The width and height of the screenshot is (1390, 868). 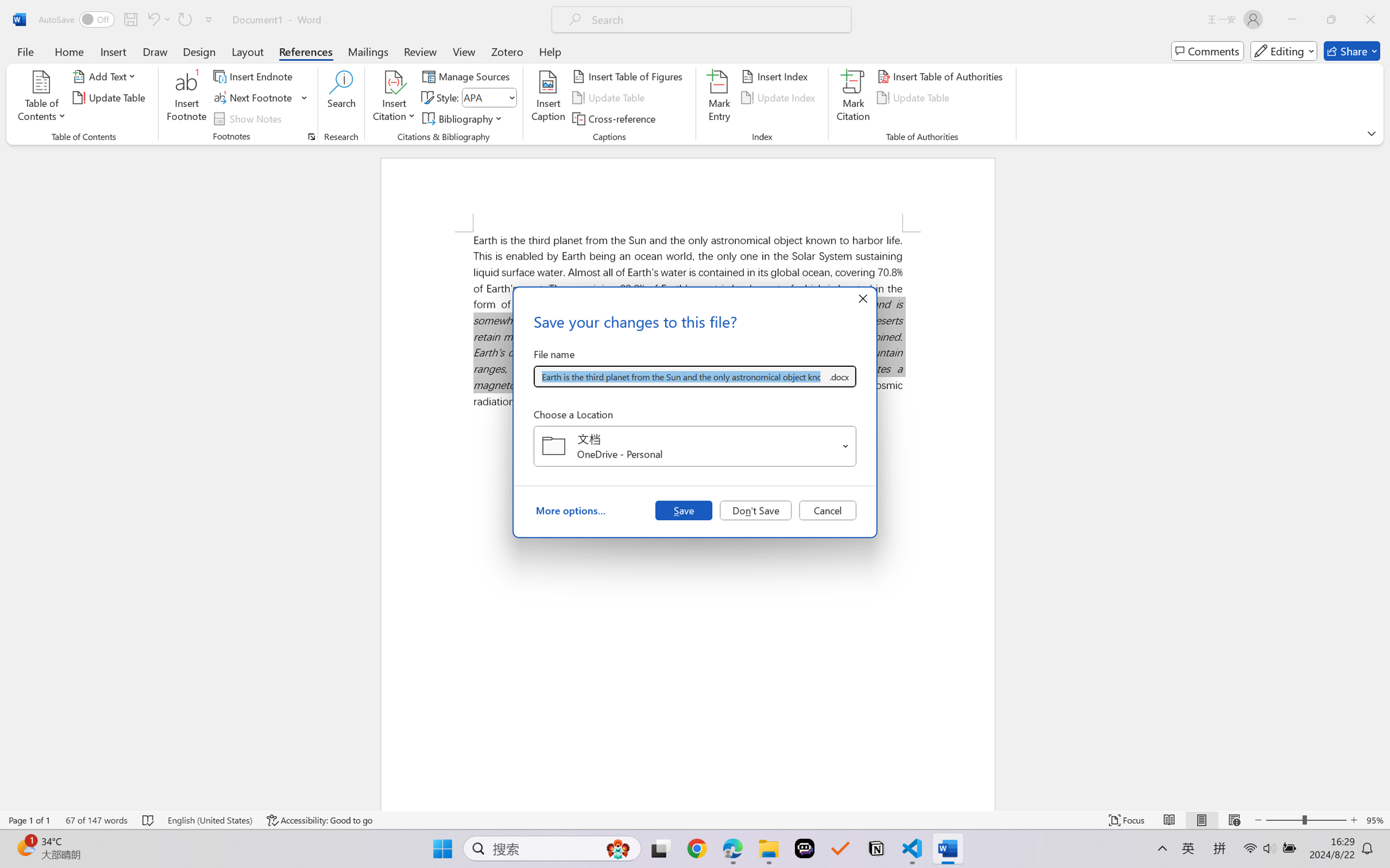 What do you see at coordinates (827, 509) in the screenshot?
I see `'Cancel'` at bounding box center [827, 509].